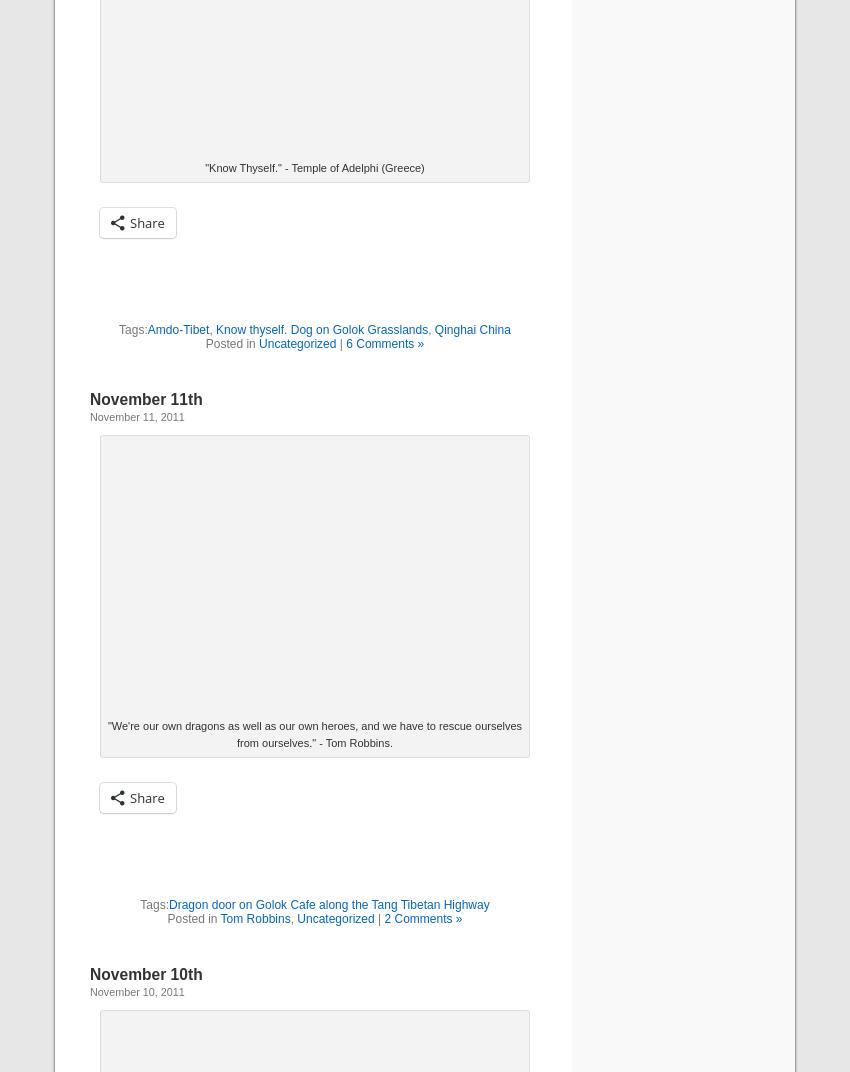  Describe the element at coordinates (137, 415) in the screenshot. I see `'November 11, 2011'` at that location.